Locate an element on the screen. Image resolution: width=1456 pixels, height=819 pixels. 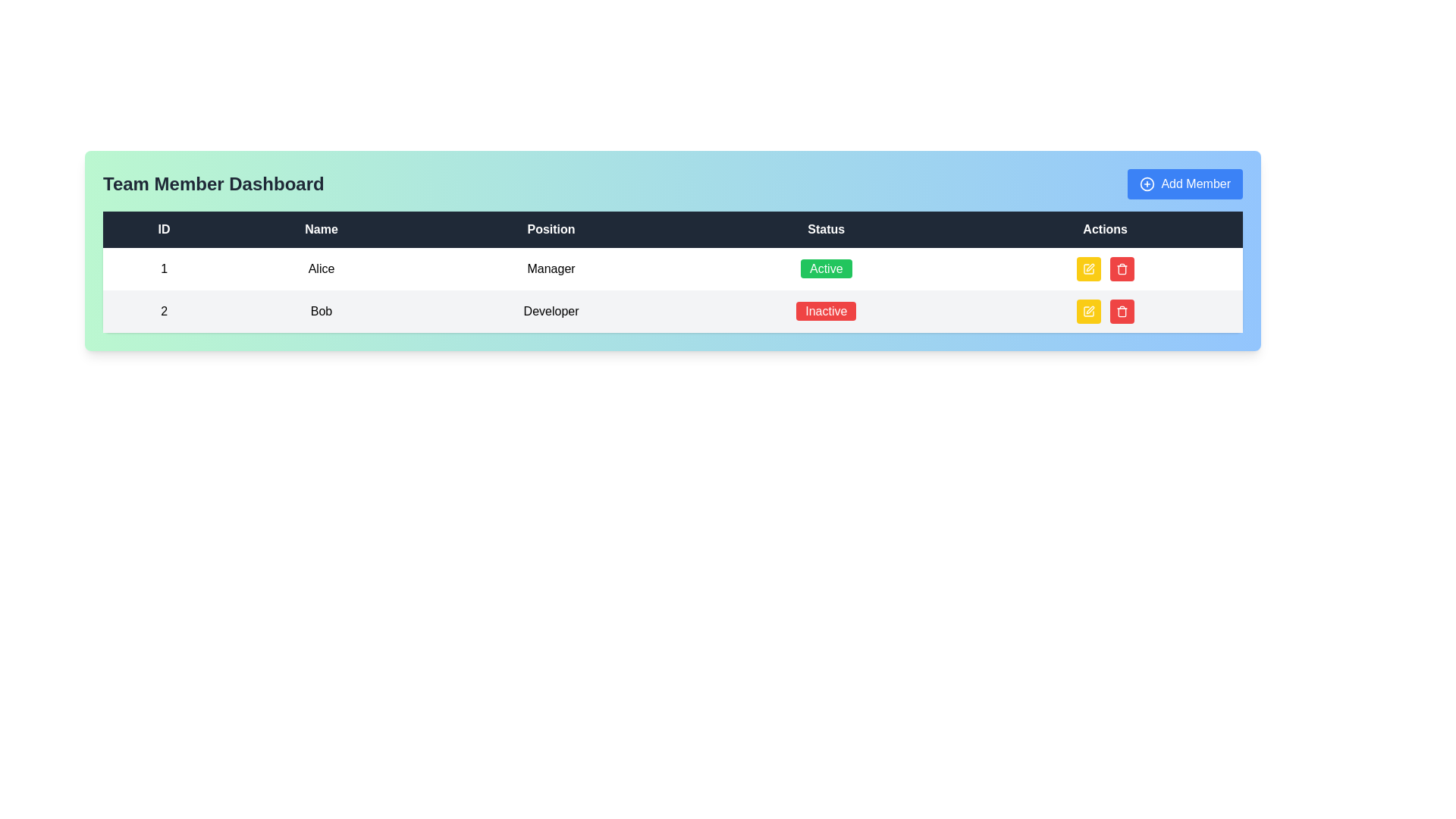
the 'Add Member' button located at the top-right corner of the interface, which includes an icon representing the action of adding new members is located at coordinates (1147, 184).